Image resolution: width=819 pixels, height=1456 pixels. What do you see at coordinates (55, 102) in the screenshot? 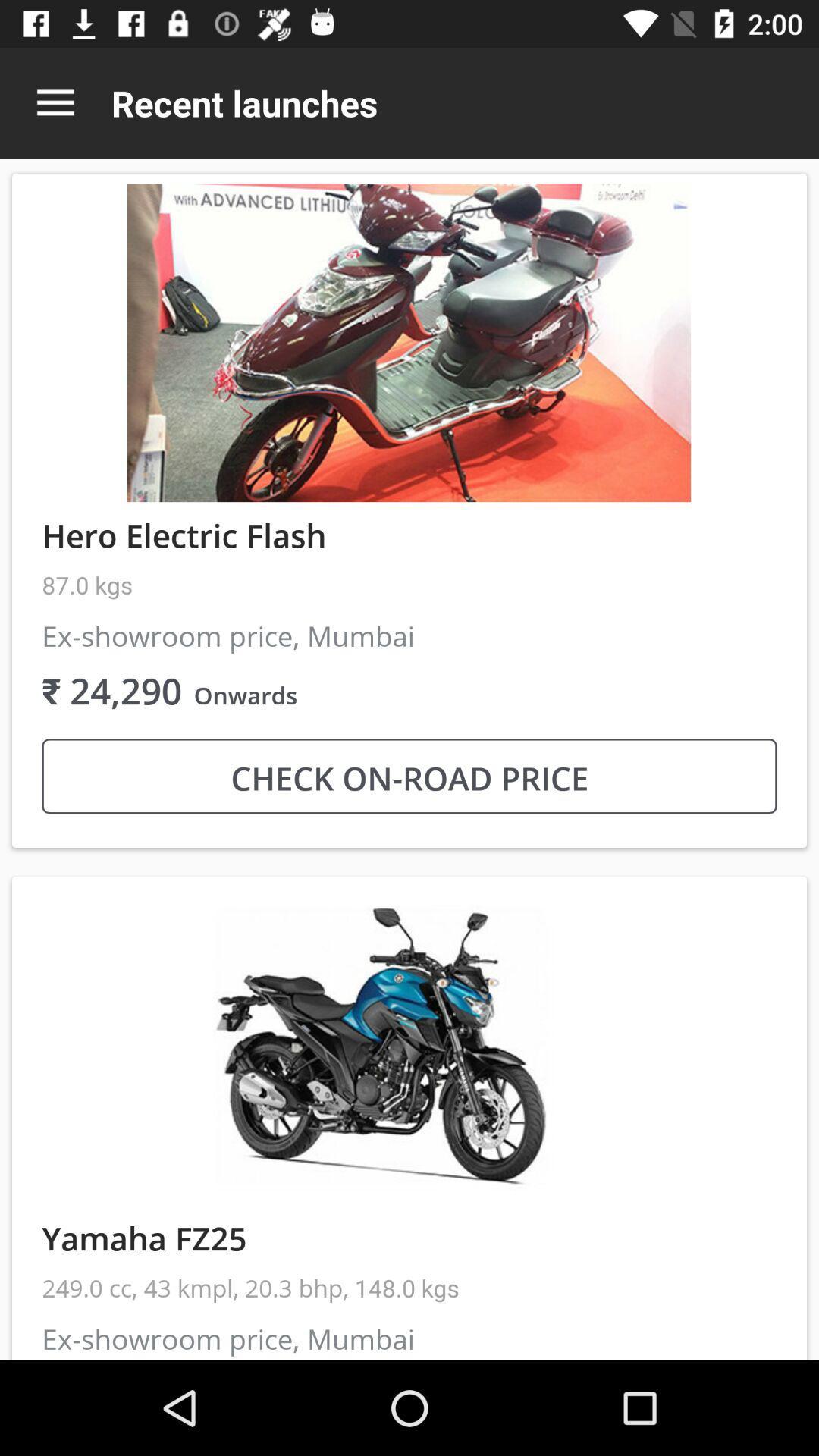
I see `icon to the left of the recent launches icon` at bounding box center [55, 102].